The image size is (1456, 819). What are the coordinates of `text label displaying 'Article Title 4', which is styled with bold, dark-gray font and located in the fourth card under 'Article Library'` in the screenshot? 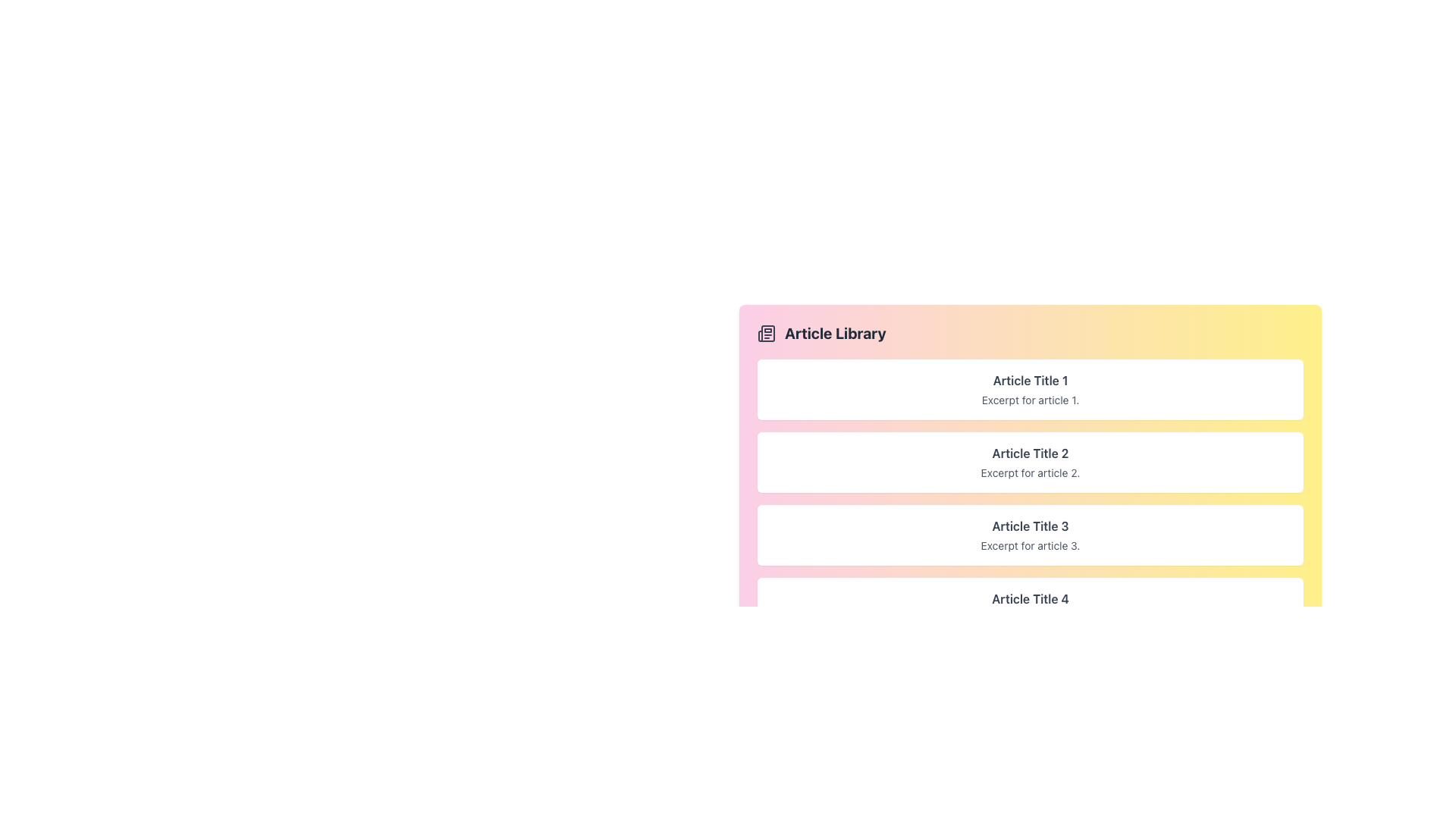 It's located at (1030, 598).